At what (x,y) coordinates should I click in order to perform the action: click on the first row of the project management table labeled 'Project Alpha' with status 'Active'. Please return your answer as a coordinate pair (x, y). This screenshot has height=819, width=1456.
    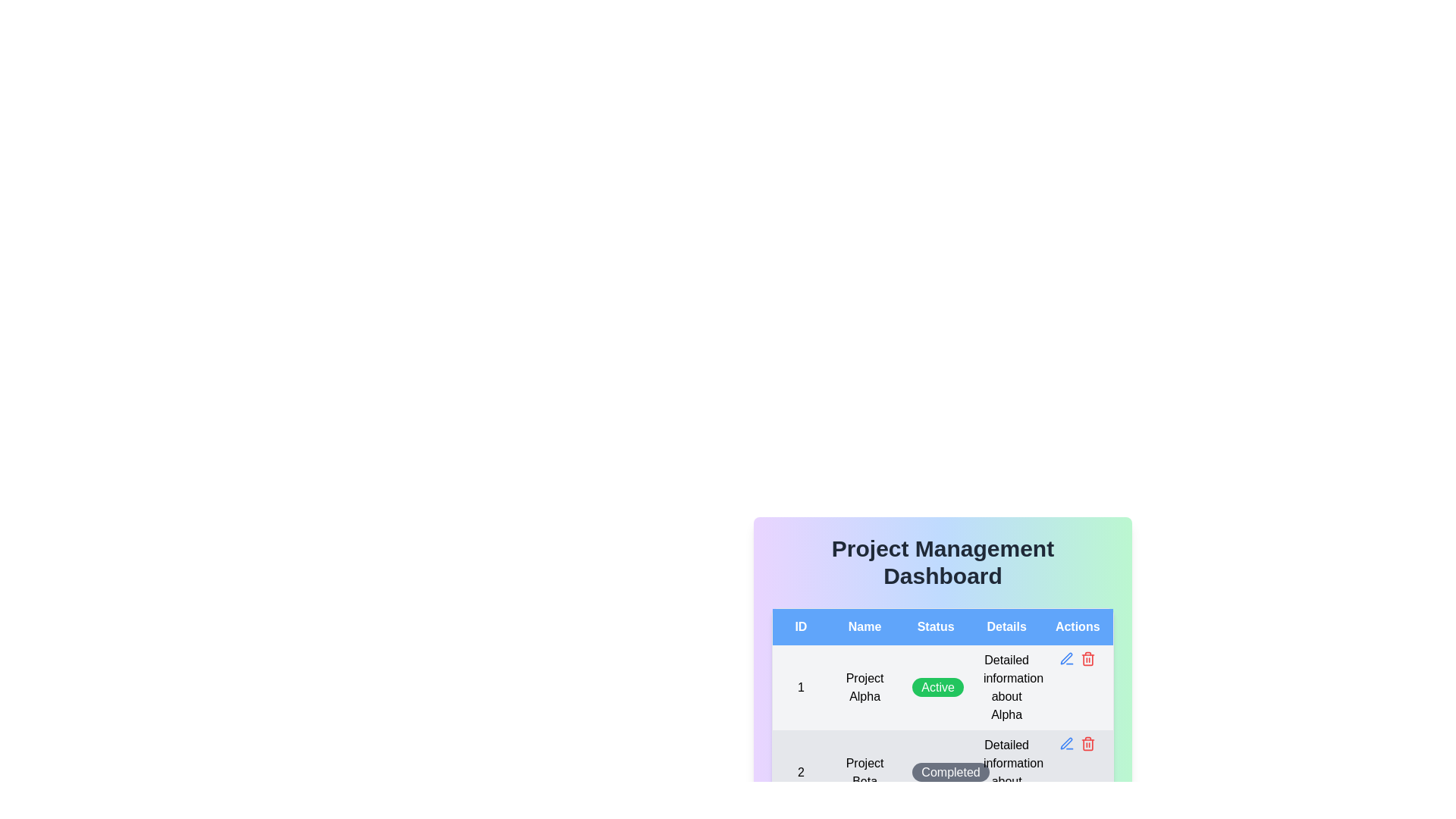
    Looking at the image, I should click on (942, 687).